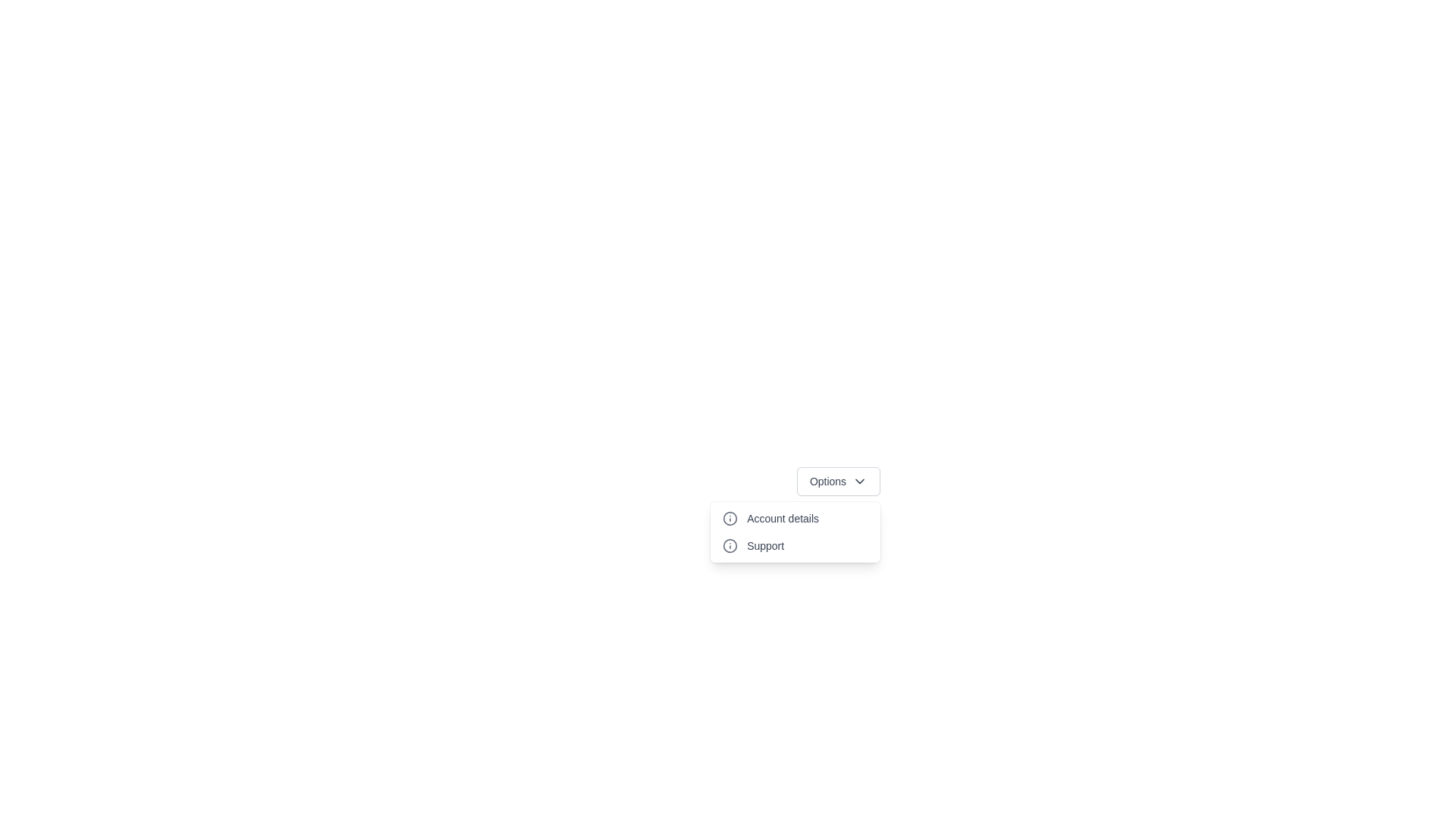 This screenshot has height=819, width=1456. Describe the element at coordinates (730, 546) in the screenshot. I see `the circular icon with a stylized letter 'i' in the center, which is the first icon in the 'Support' menu item, positioned to the left of the 'Support' text label` at that location.